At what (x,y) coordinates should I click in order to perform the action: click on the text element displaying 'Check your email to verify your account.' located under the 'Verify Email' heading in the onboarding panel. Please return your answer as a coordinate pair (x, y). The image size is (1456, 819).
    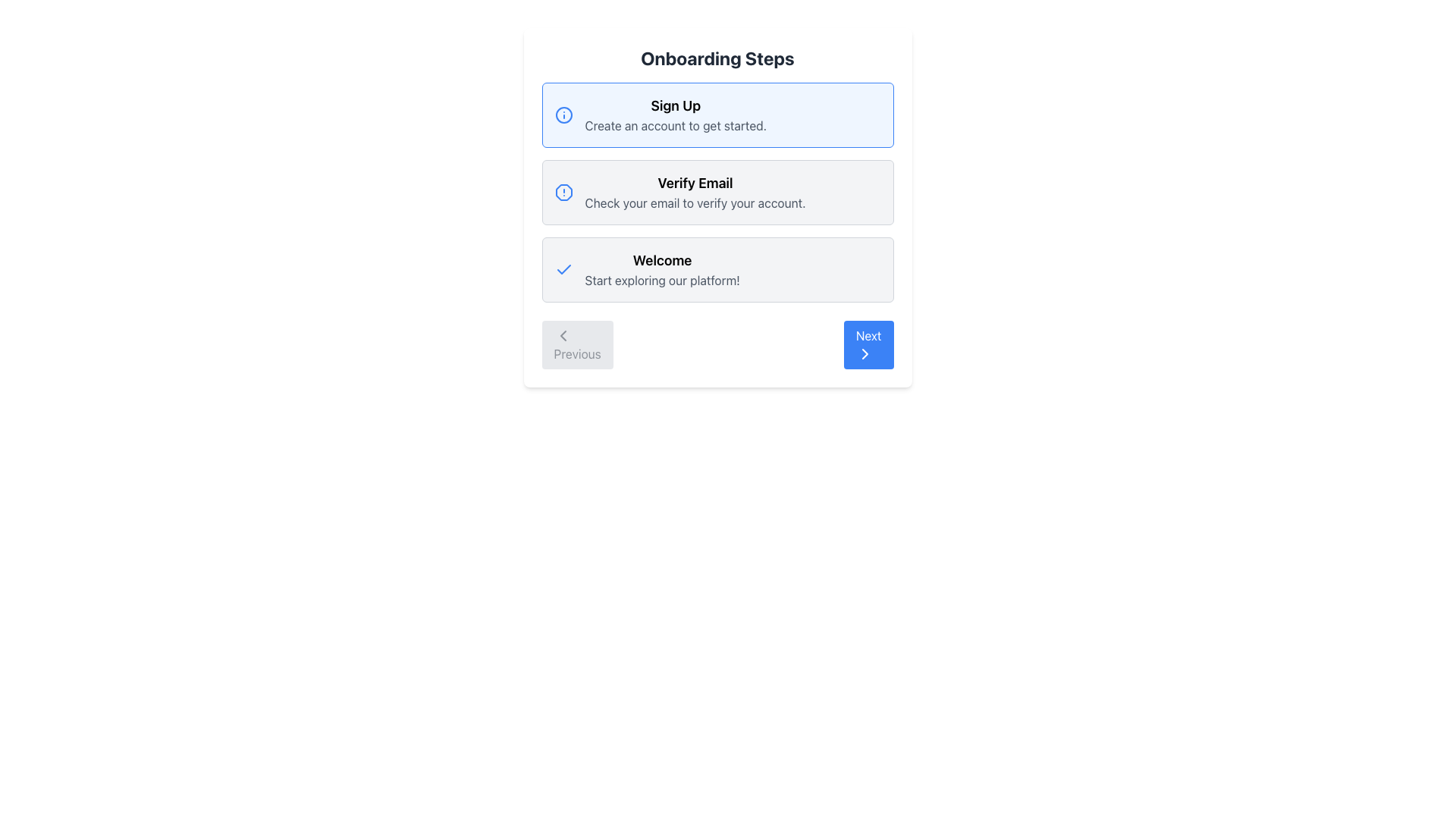
    Looking at the image, I should click on (694, 202).